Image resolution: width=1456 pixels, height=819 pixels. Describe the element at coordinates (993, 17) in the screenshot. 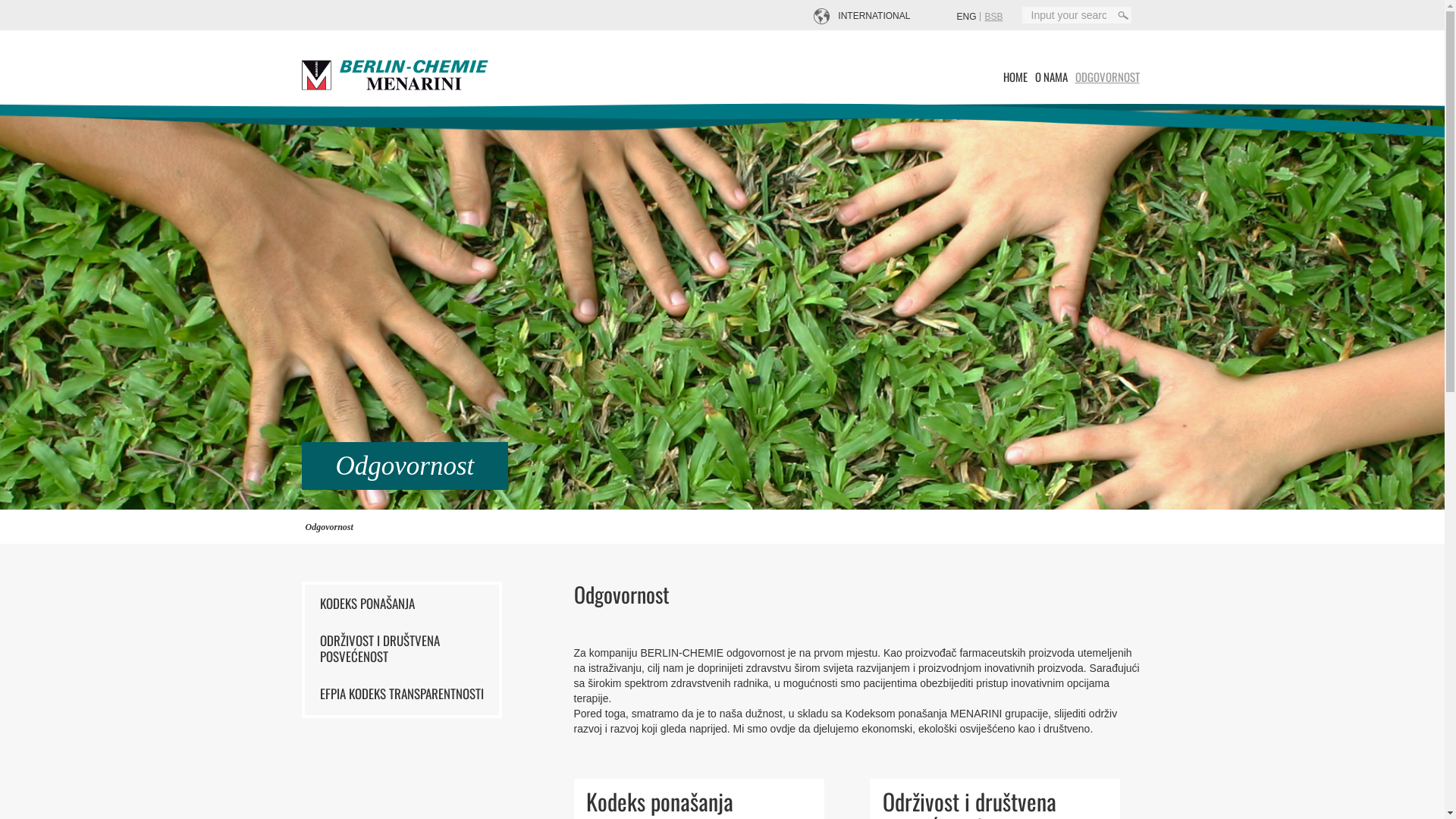

I see `'BSB'` at that location.